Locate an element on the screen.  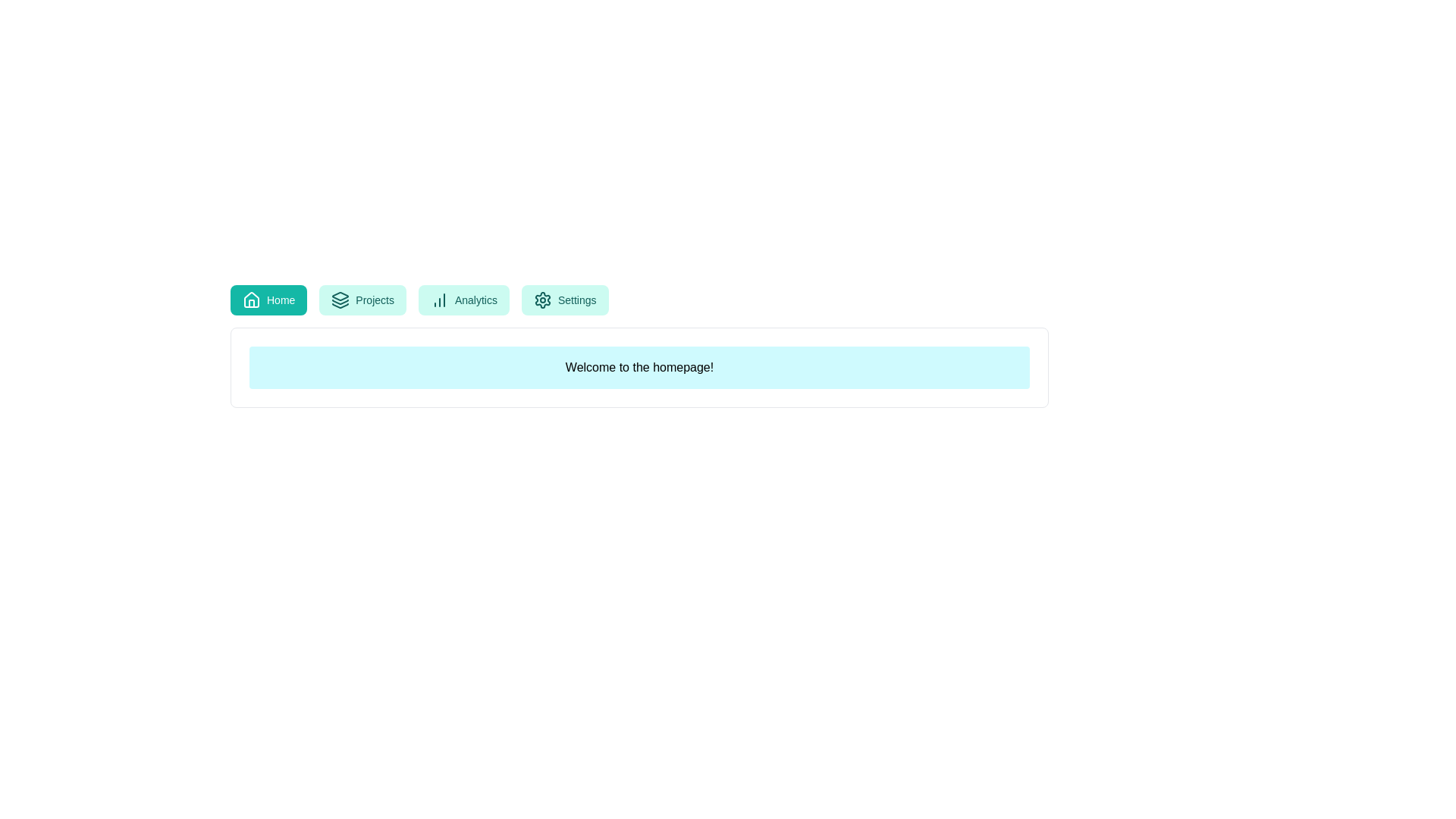
the Home tab to view its content is located at coordinates (268, 300).